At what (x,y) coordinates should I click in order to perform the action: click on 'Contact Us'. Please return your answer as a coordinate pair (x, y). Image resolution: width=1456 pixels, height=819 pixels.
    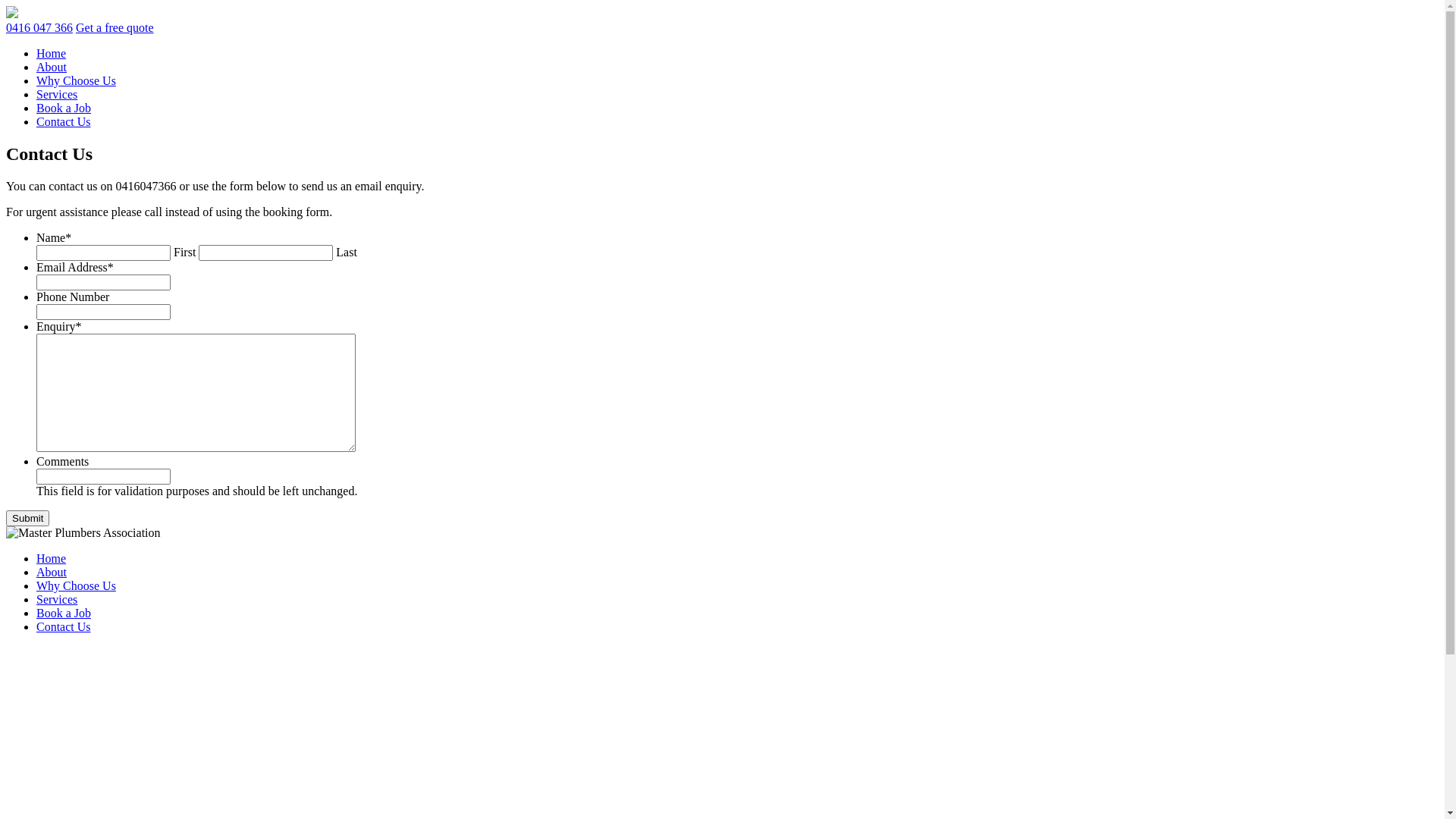
    Looking at the image, I should click on (62, 626).